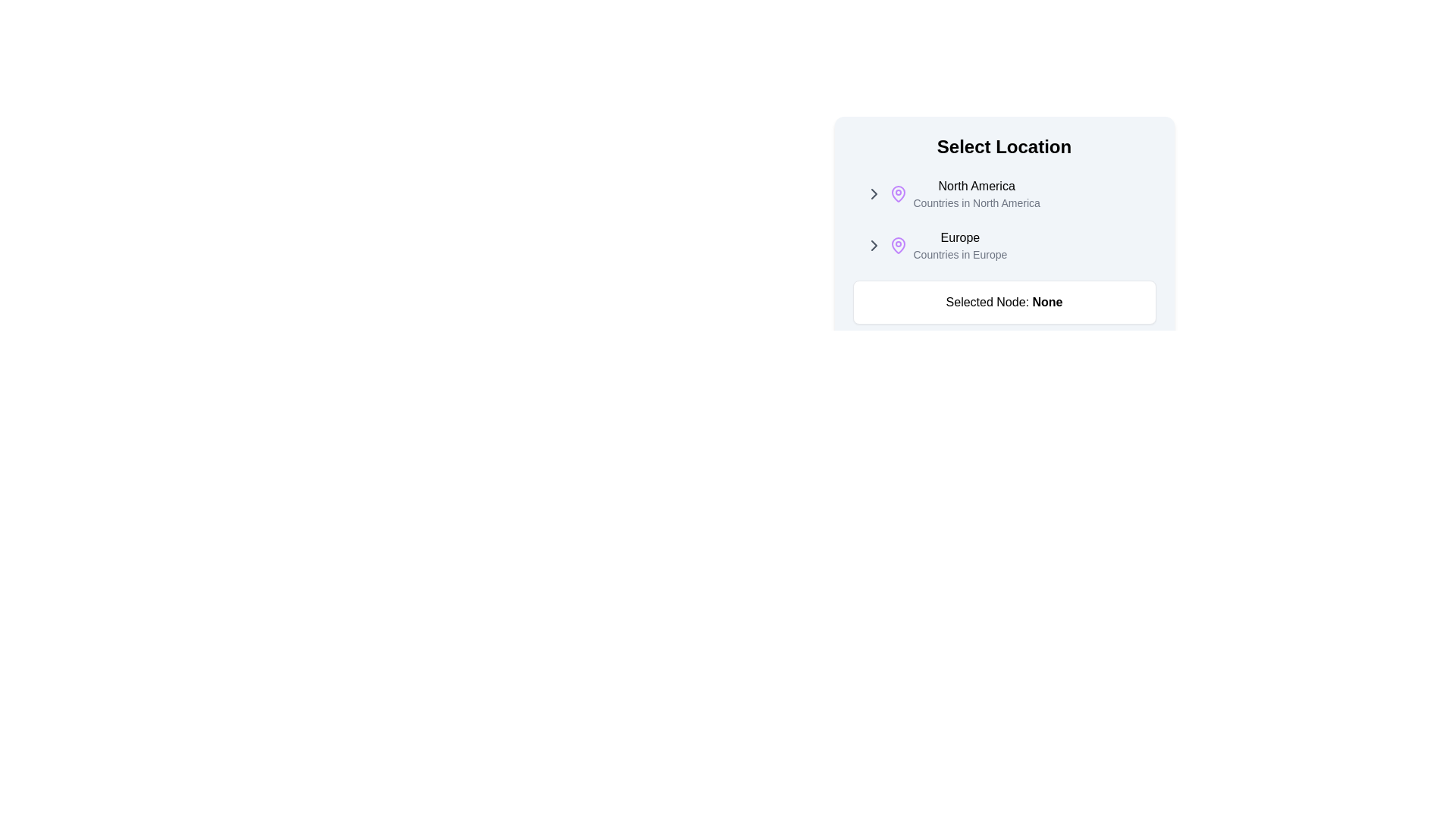 This screenshot has width=1456, height=819. Describe the element at coordinates (959, 253) in the screenshot. I see `the text label displaying 'Countries in Europe', which is a smaller, light gray font positioned directly beneath the title 'Europe' in the right side panel` at that location.